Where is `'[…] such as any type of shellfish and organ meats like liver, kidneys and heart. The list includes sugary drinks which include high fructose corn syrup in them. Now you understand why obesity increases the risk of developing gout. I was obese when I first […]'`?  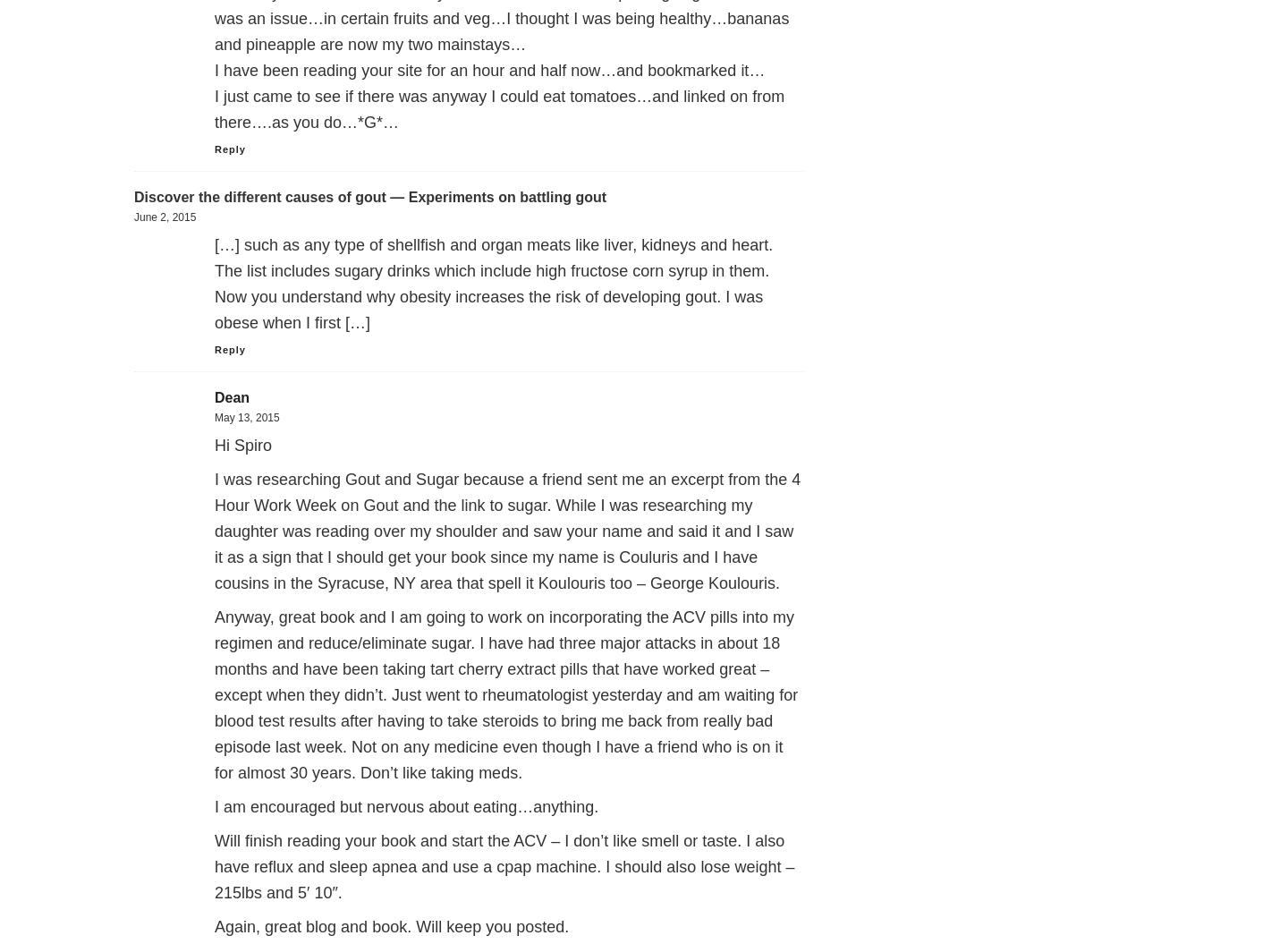
'[…] such as any type of shellfish and organ meats like liver, kidneys and heart. The list includes sugary drinks which include high fructose corn syrup in them. Now you understand why obesity increases the risk of developing gout. I was obese when I first […]' is located at coordinates (215, 283).